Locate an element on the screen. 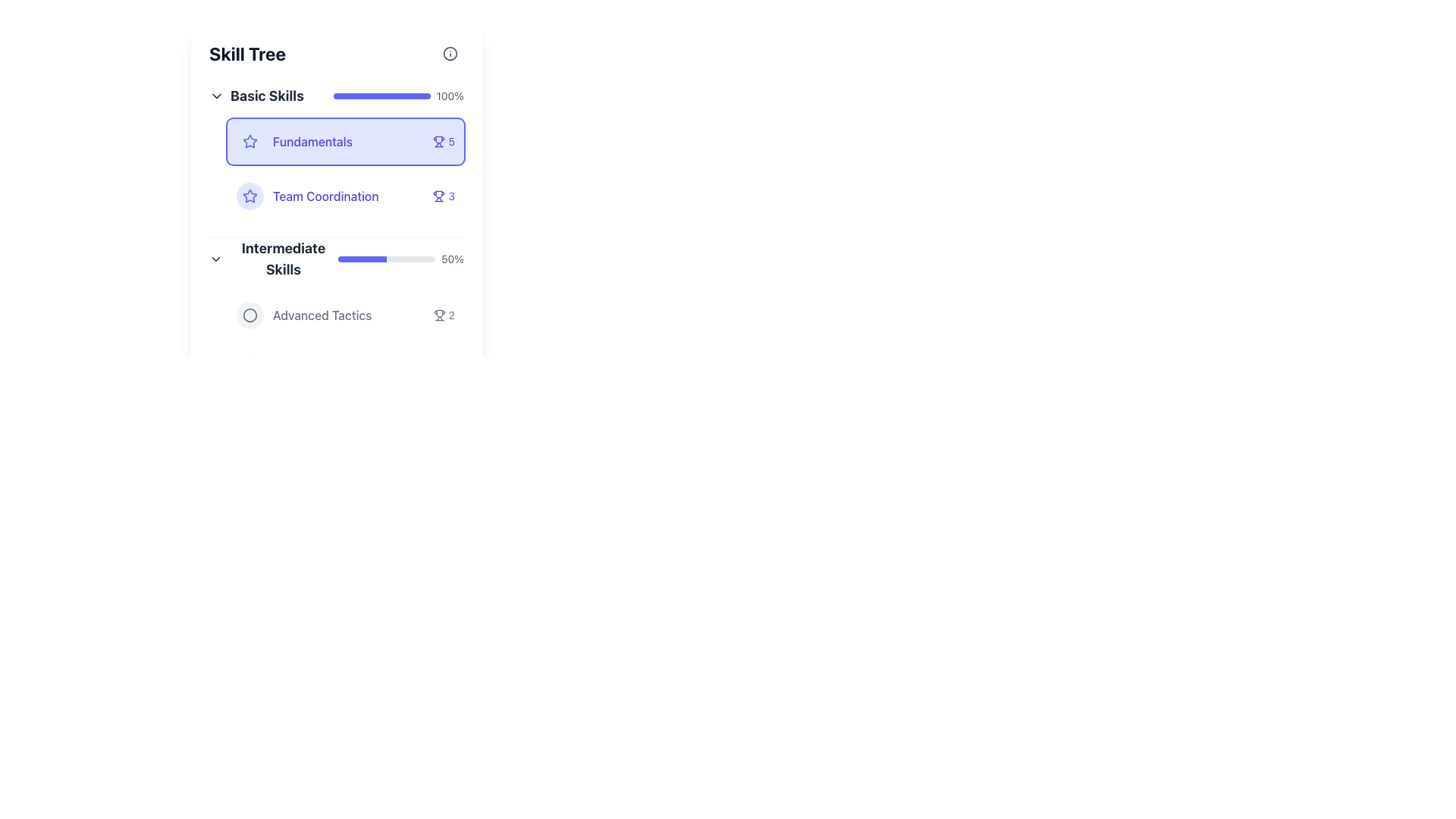 Image resolution: width=1456 pixels, height=819 pixels. the SVG circle graphical element that represents information, located at the top-right corner of the interface is located at coordinates (450, 52).